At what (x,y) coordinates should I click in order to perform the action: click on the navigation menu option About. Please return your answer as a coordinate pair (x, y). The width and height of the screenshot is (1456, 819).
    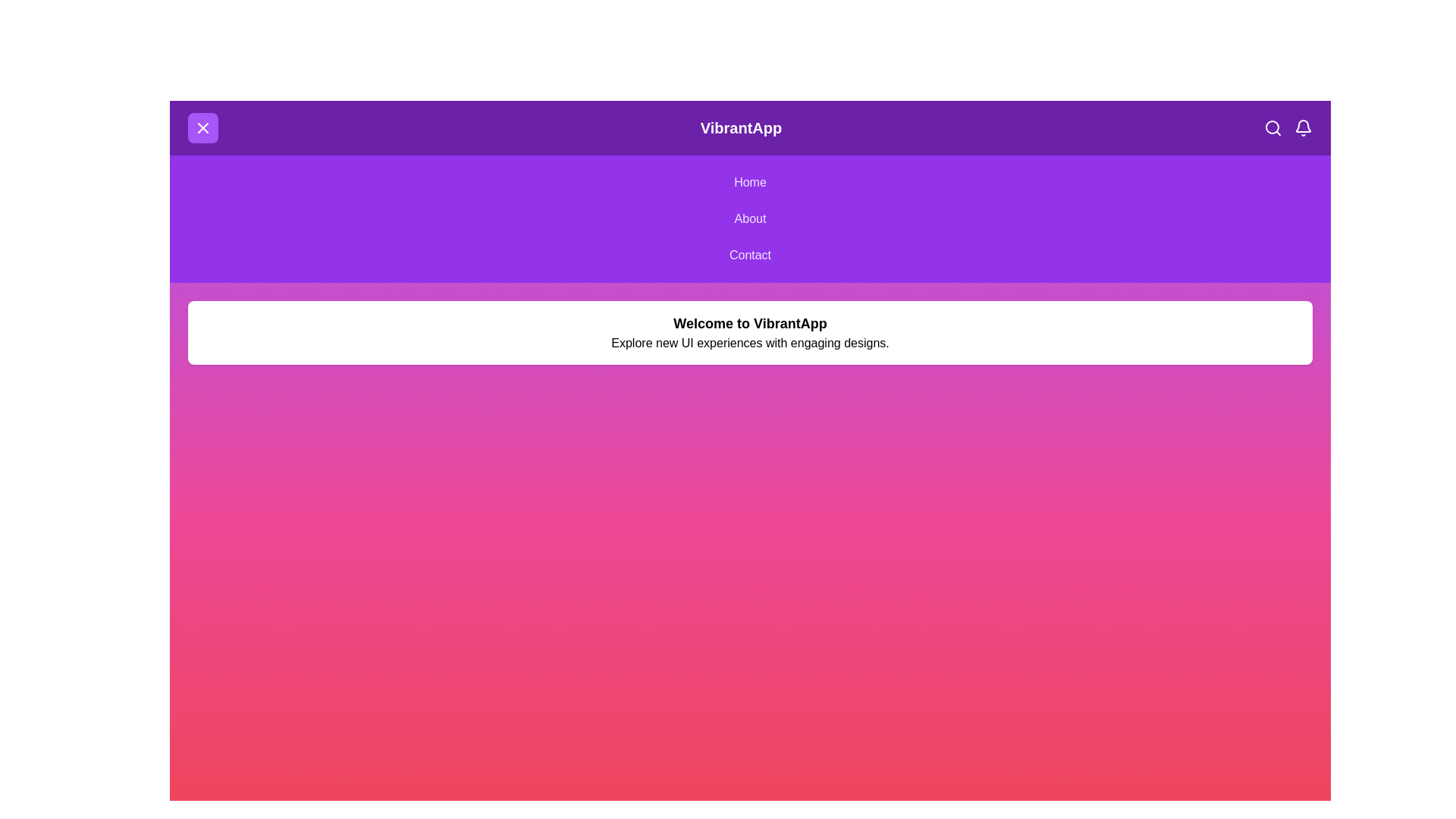
    Looking at the image, I should click on (750, 219).